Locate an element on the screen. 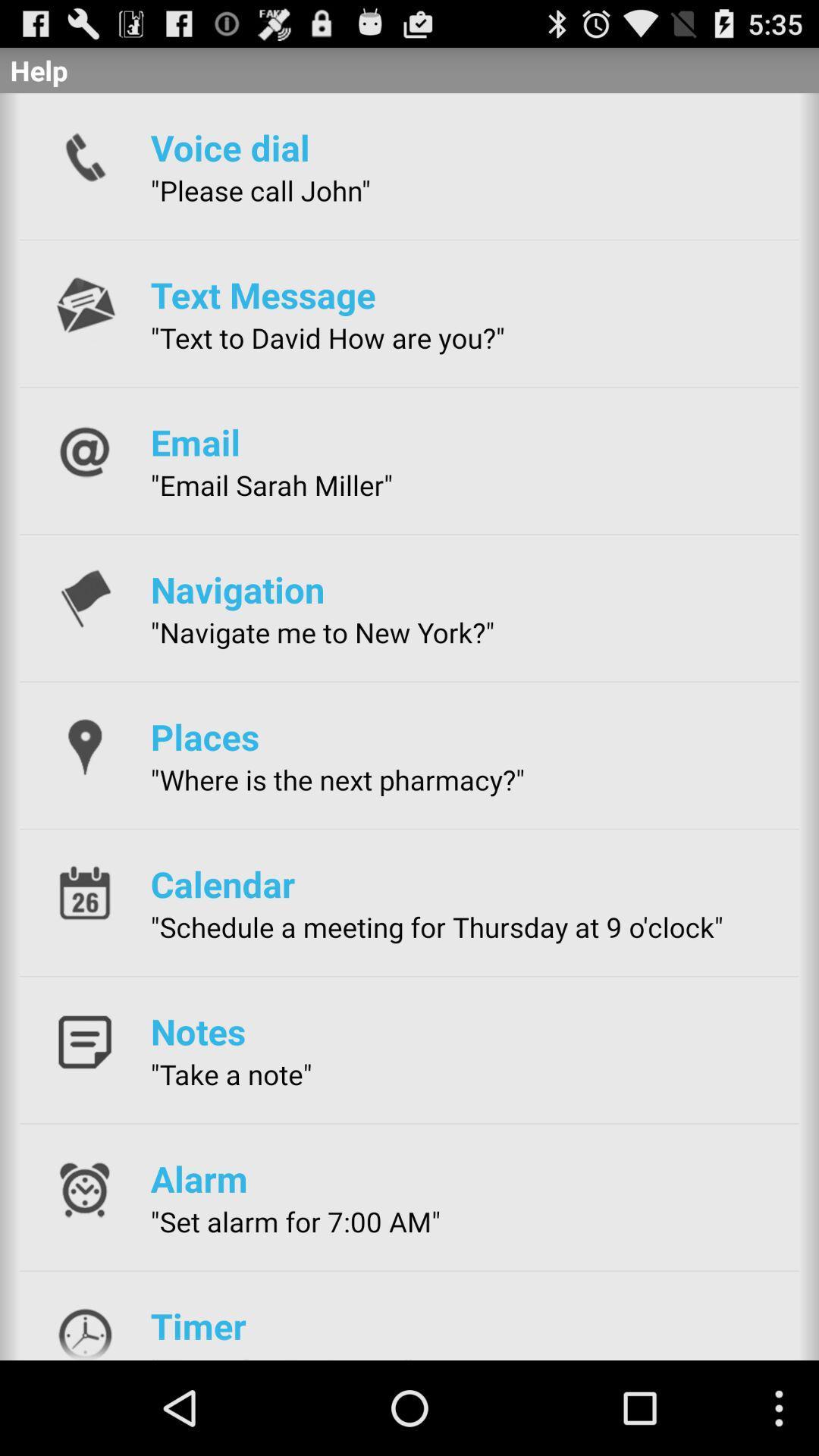  icon above the navigate me to app is located at coordinates (237, 588).